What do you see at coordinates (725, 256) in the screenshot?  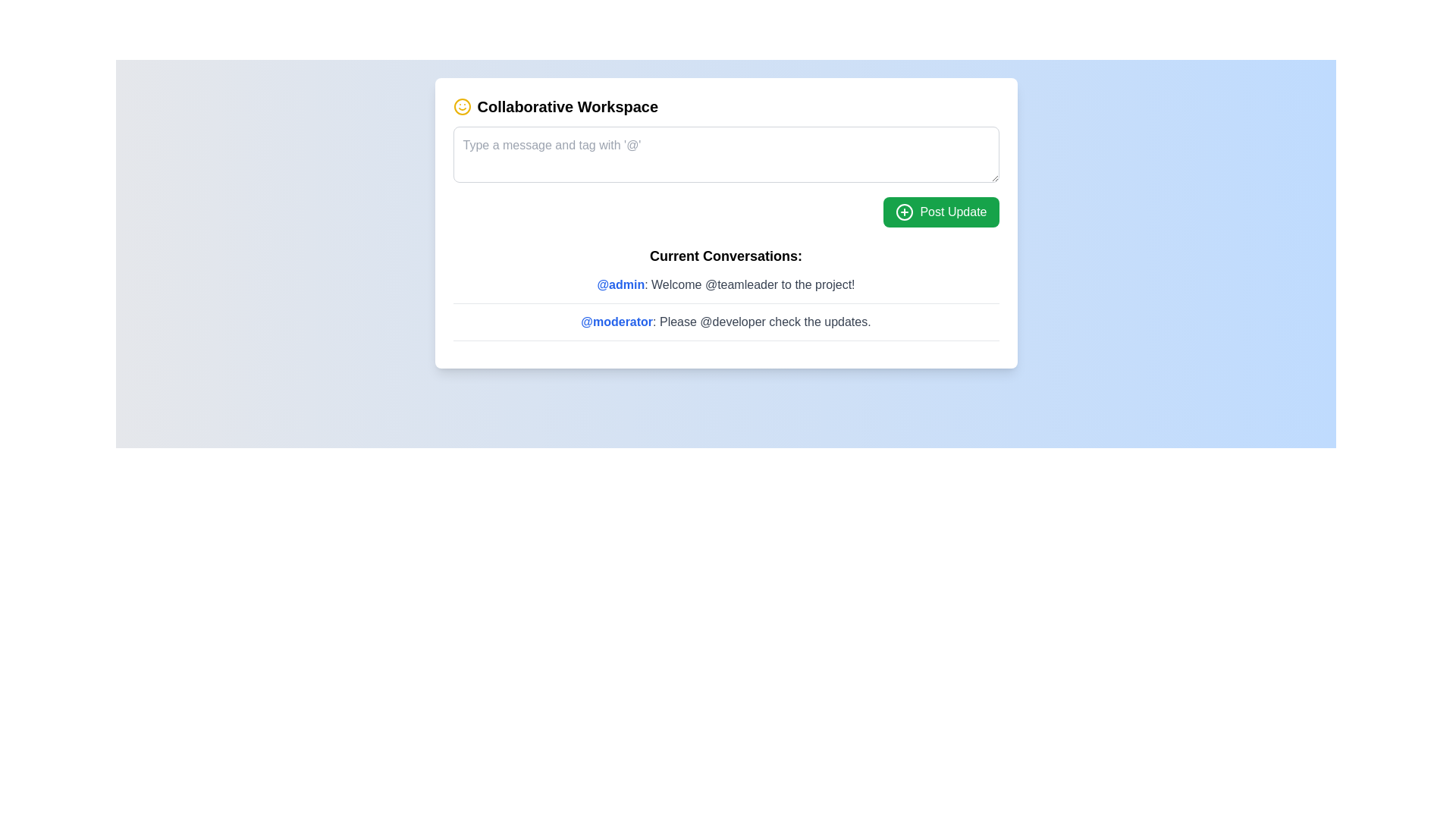 I see `the bold, large-font text label reading 'Current Conversations:' which serves as a header above the conversation section` at bounding box center [725, 256].